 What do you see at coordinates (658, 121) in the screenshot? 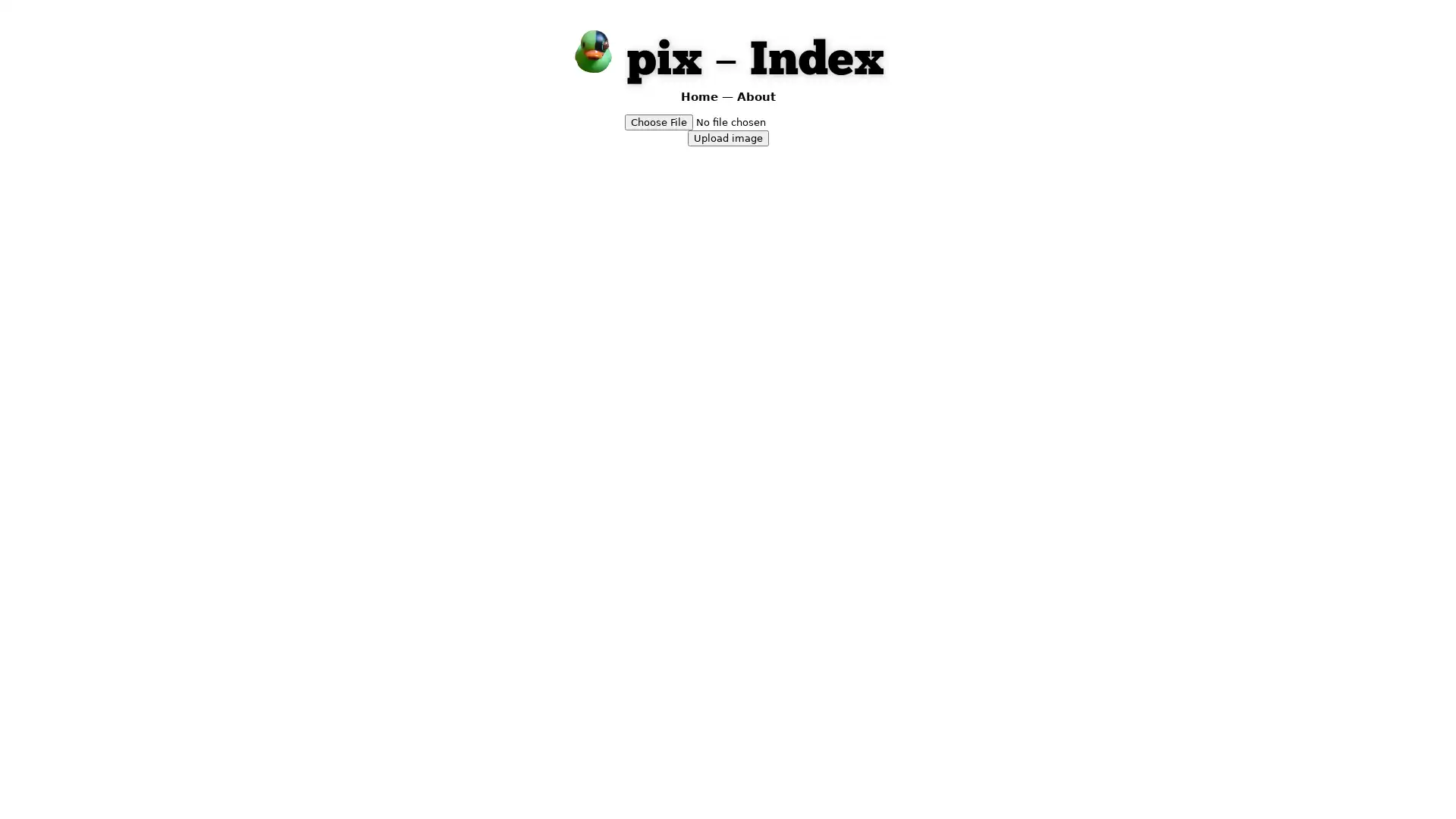
I see `Choose File` at bounding box center [658, 121].